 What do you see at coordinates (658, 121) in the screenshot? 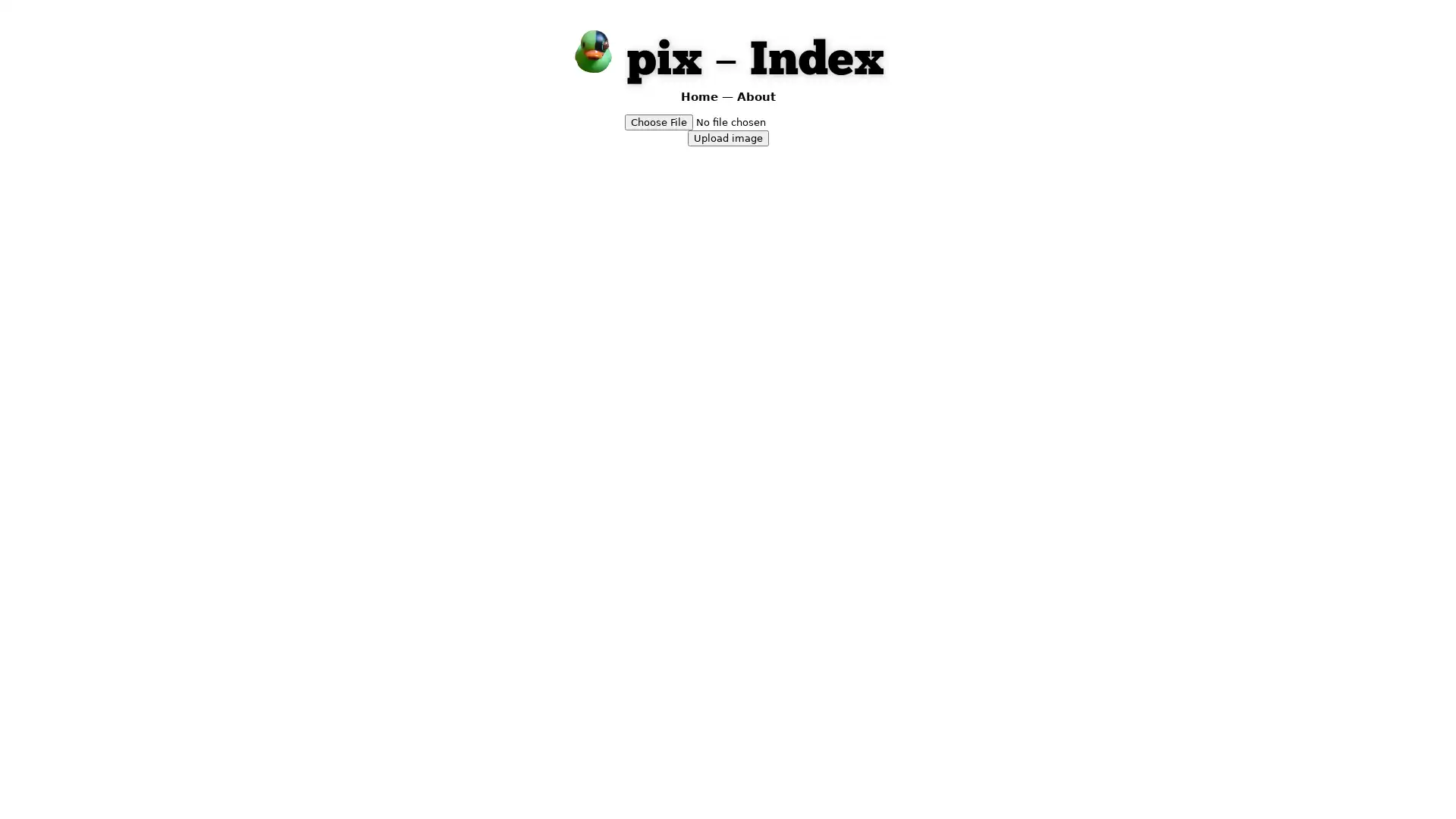
I see `Choose File` at bounding box center [658, 121].